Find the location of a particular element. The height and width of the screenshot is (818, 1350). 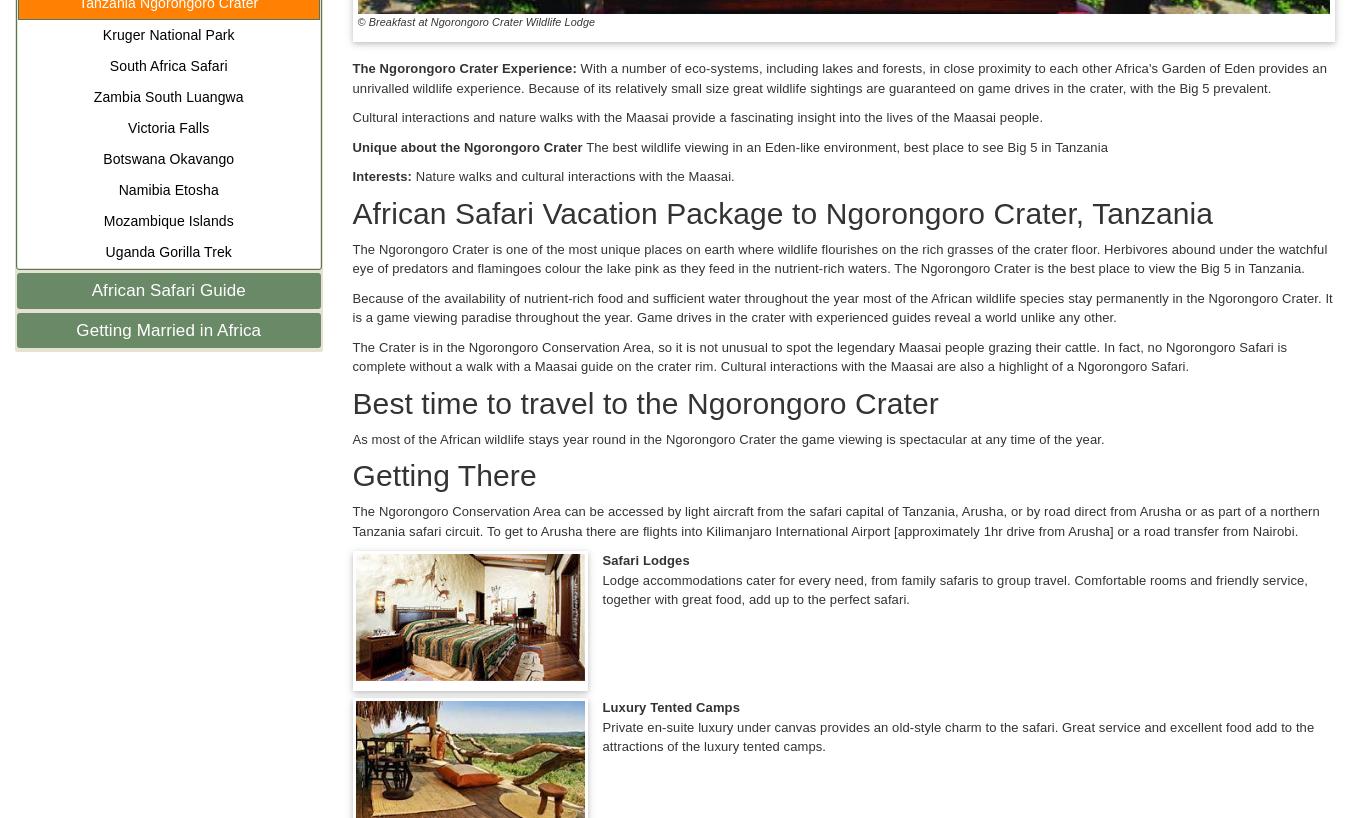

'Zambia South Luangwa' is located at coordinates (167, 97).